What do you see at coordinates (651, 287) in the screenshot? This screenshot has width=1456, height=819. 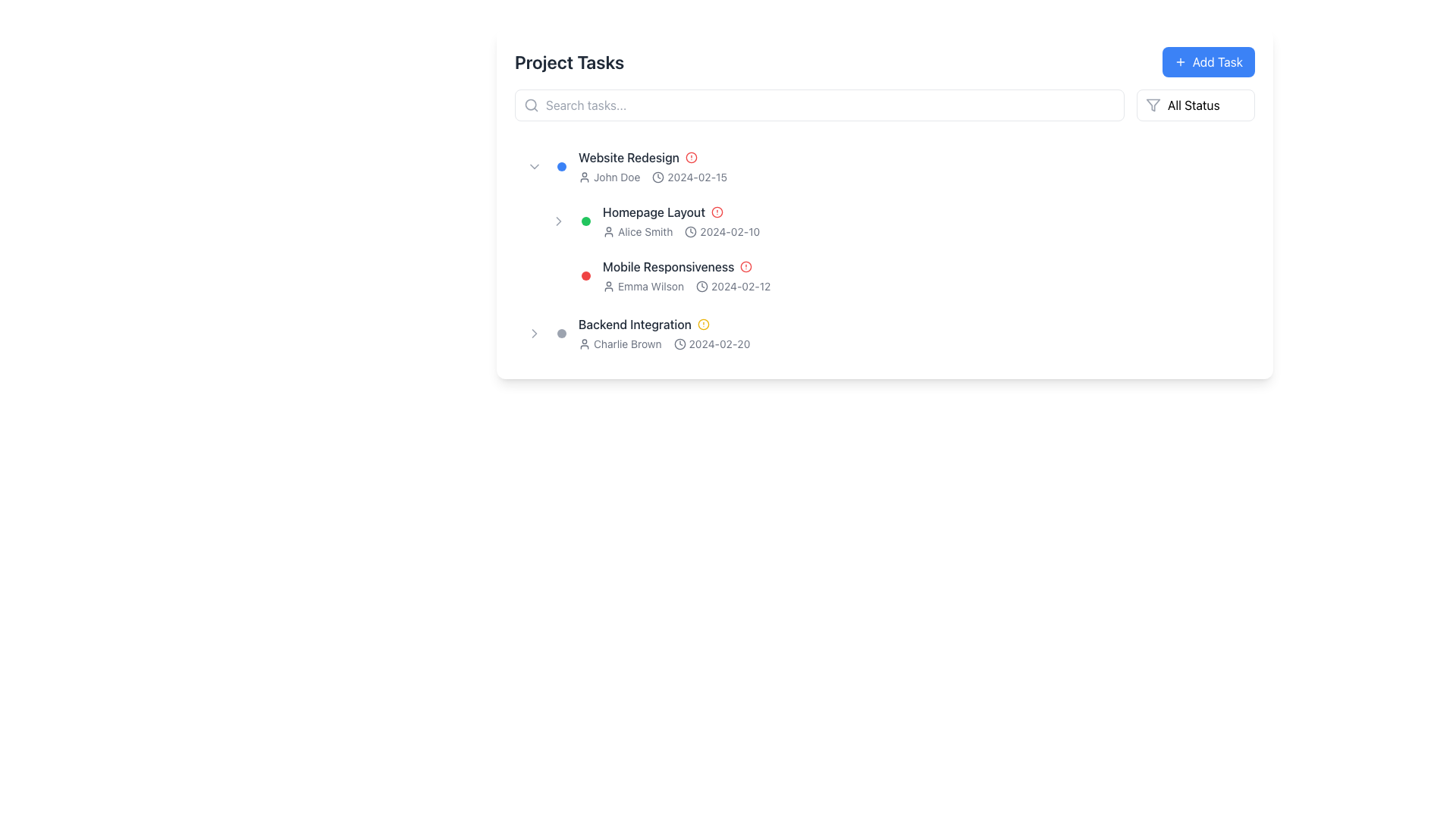 I see `the third Text label in the hierarchical task list that identifies the individual assigned to the task 'Mobile Responsiveness'` at bounding box center [651, 287].